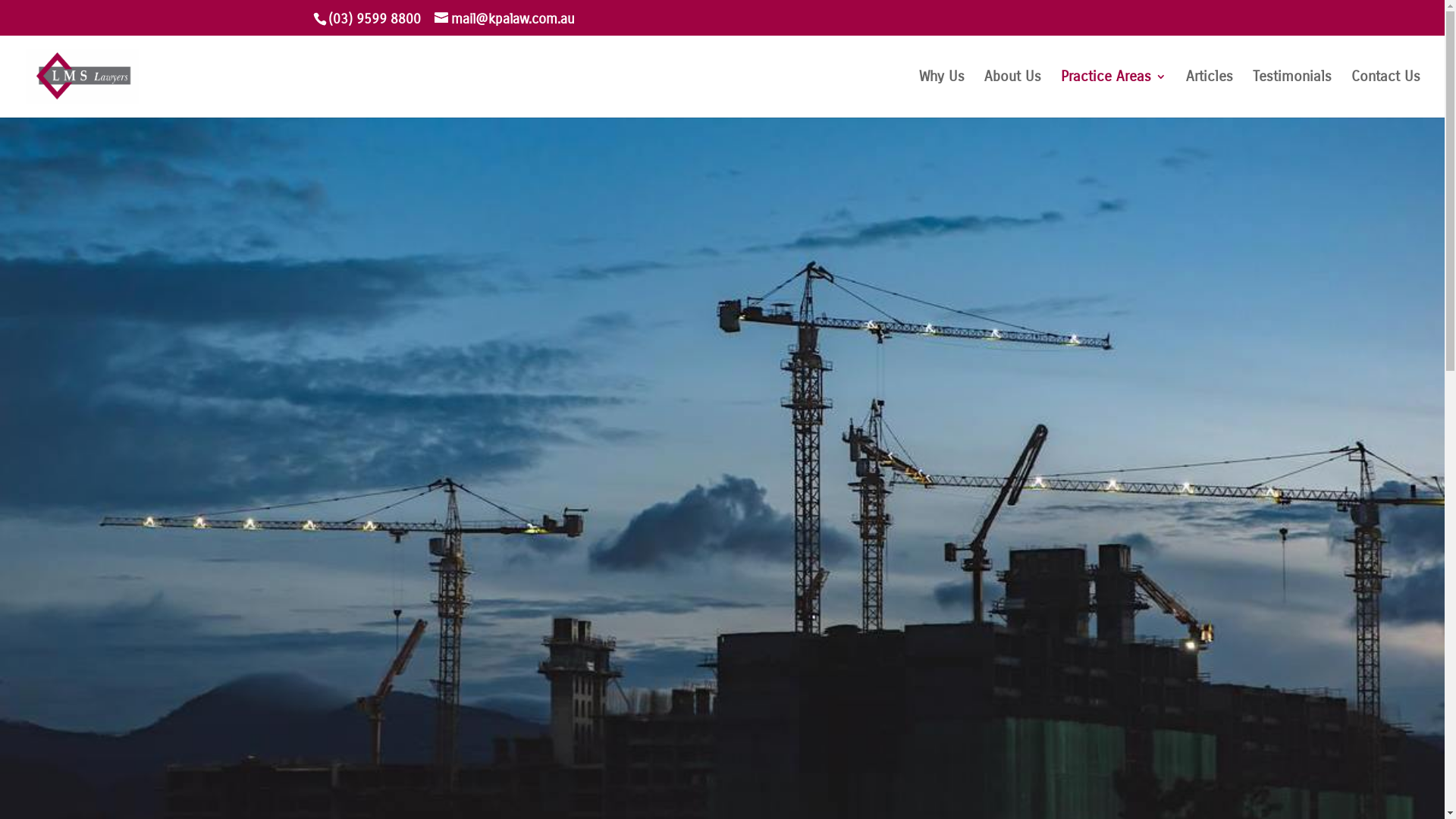 Image resolution: width=1456 pixels, height=819 pixels. What do you see at coordinates (1351, 94) in the screenshot?
I see `'Contact Us'` at bounding box center [1351, 94].